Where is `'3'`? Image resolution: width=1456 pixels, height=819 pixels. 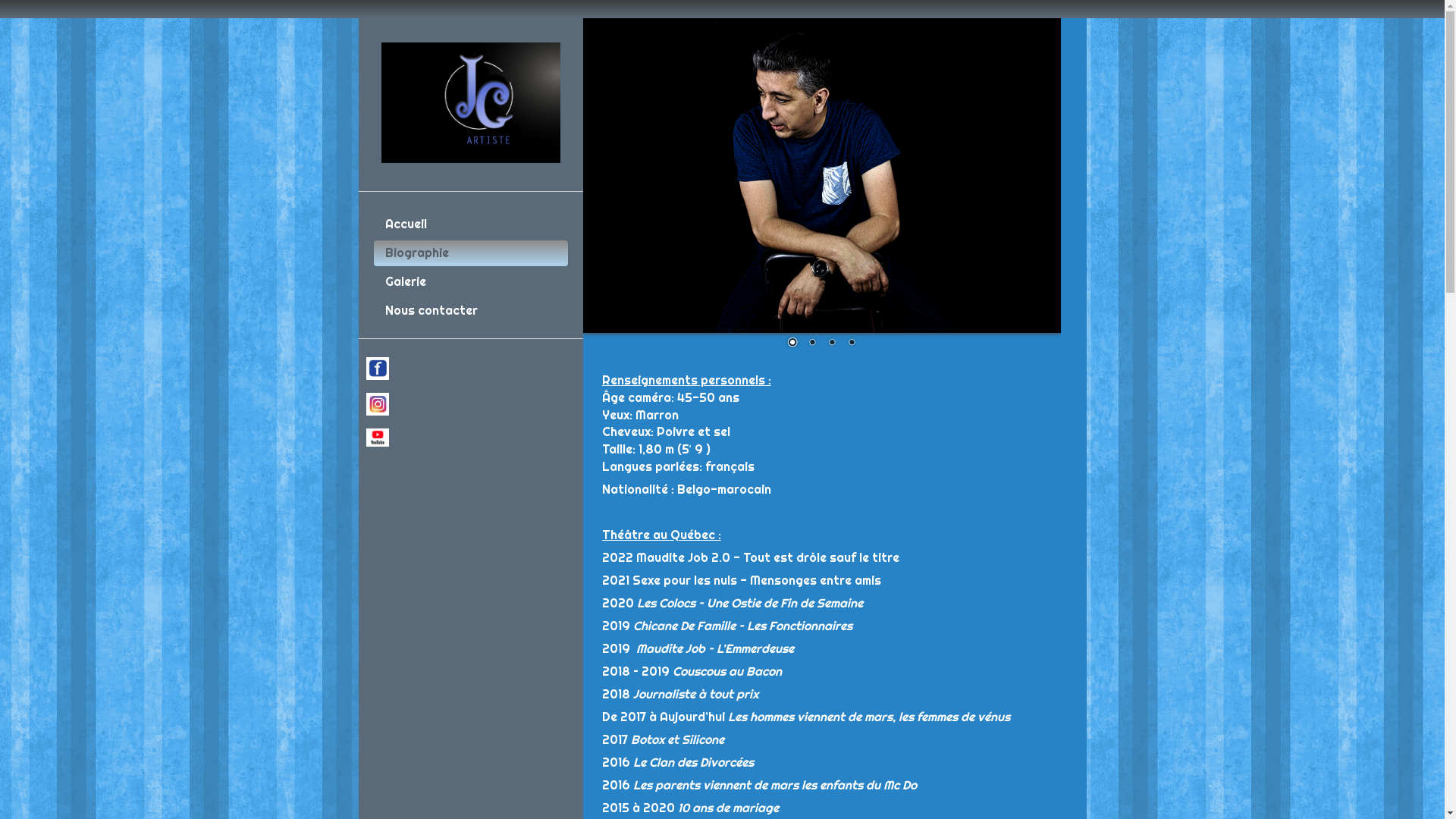 '3' is located at coordinates (831, 343).